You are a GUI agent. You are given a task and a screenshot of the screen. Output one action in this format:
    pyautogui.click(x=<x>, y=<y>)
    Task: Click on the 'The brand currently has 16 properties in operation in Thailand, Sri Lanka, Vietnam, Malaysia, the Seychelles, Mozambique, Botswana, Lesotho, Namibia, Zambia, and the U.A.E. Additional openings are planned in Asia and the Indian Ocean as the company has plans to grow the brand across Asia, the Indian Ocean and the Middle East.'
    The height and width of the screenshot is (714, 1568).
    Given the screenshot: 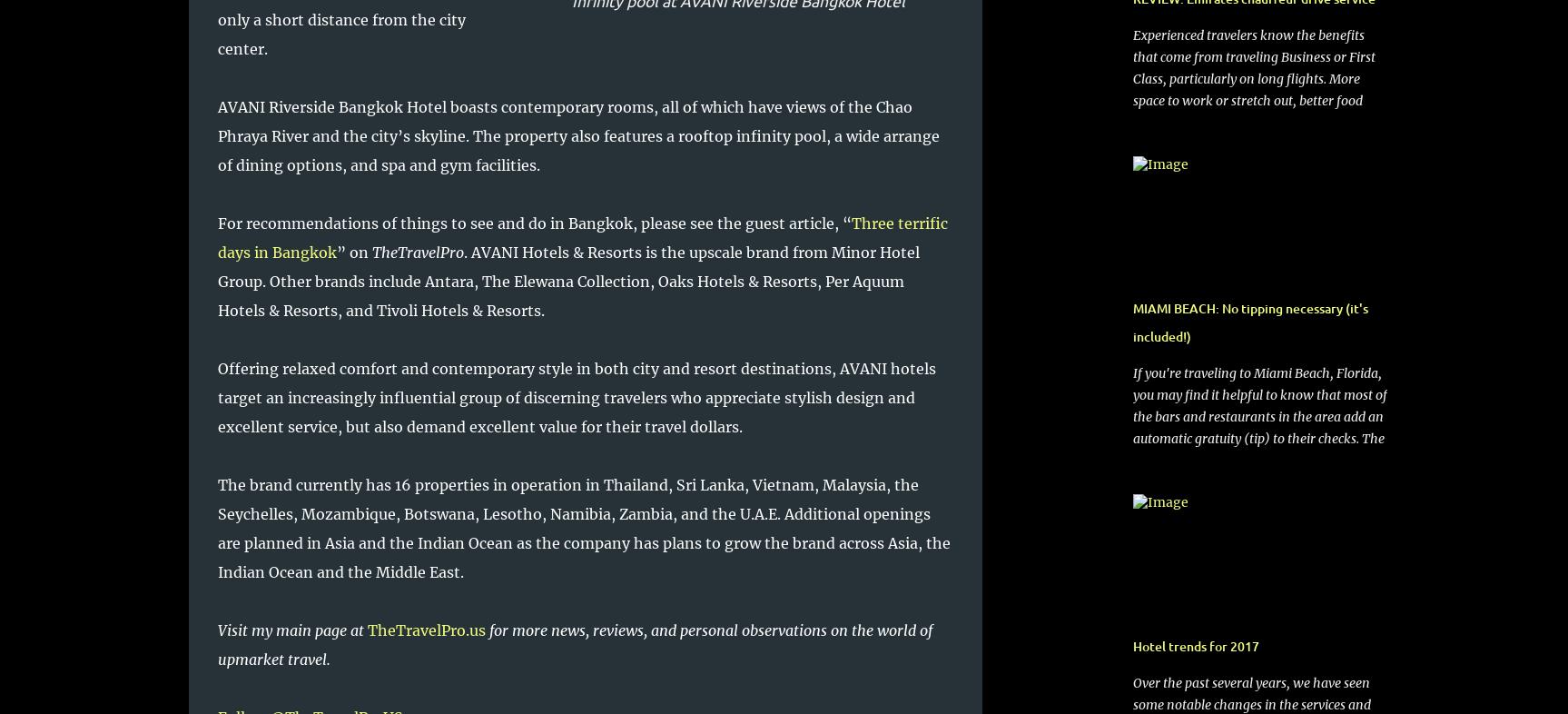 What is the action you would take?
    pyautogui.click(x=217, y=528)
    